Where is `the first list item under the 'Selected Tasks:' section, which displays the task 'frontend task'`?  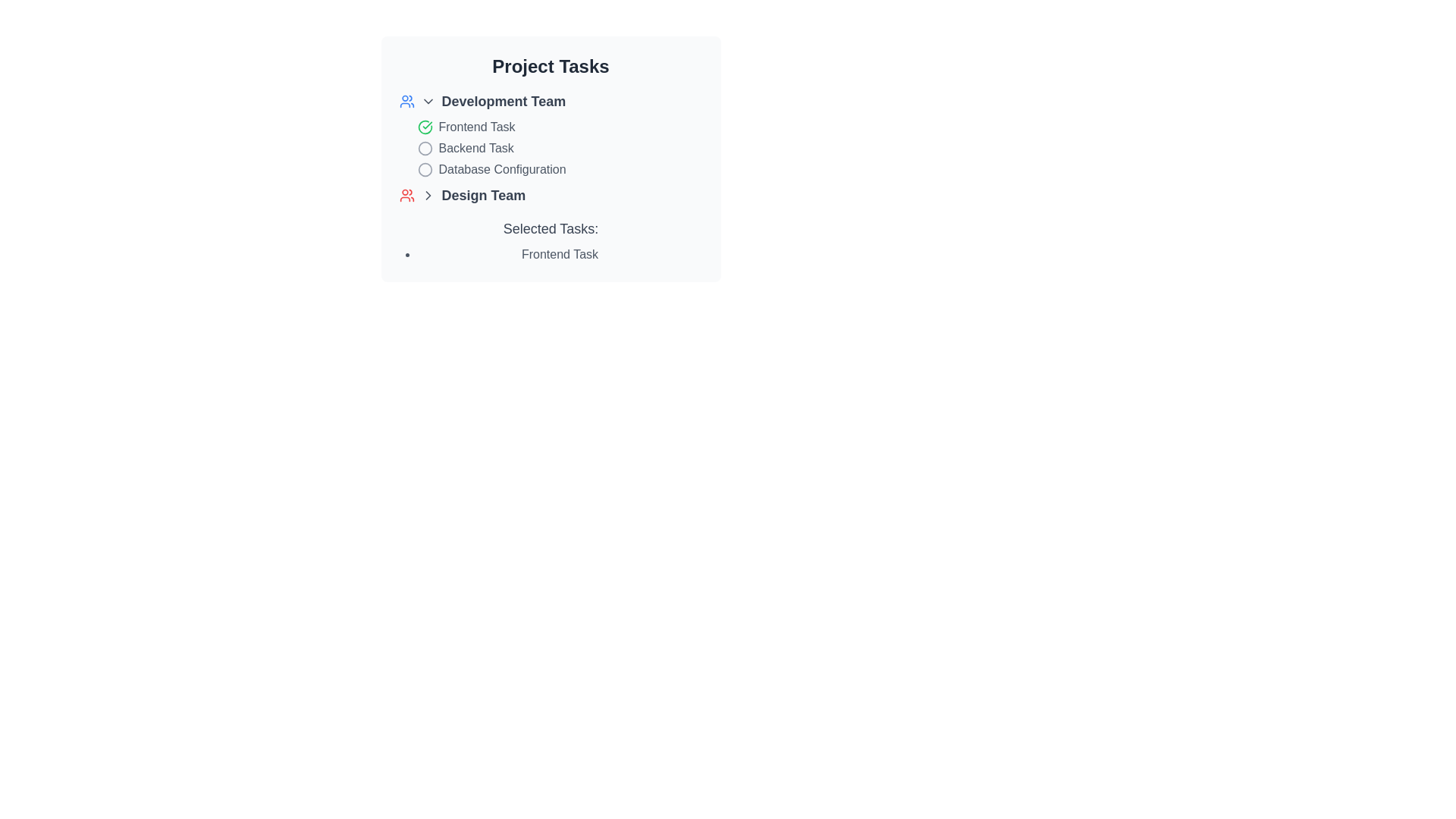 the first list item under the 'Selected Tasks:' section, which displays the task 'frontend task' is located at coordinates (550, 253).